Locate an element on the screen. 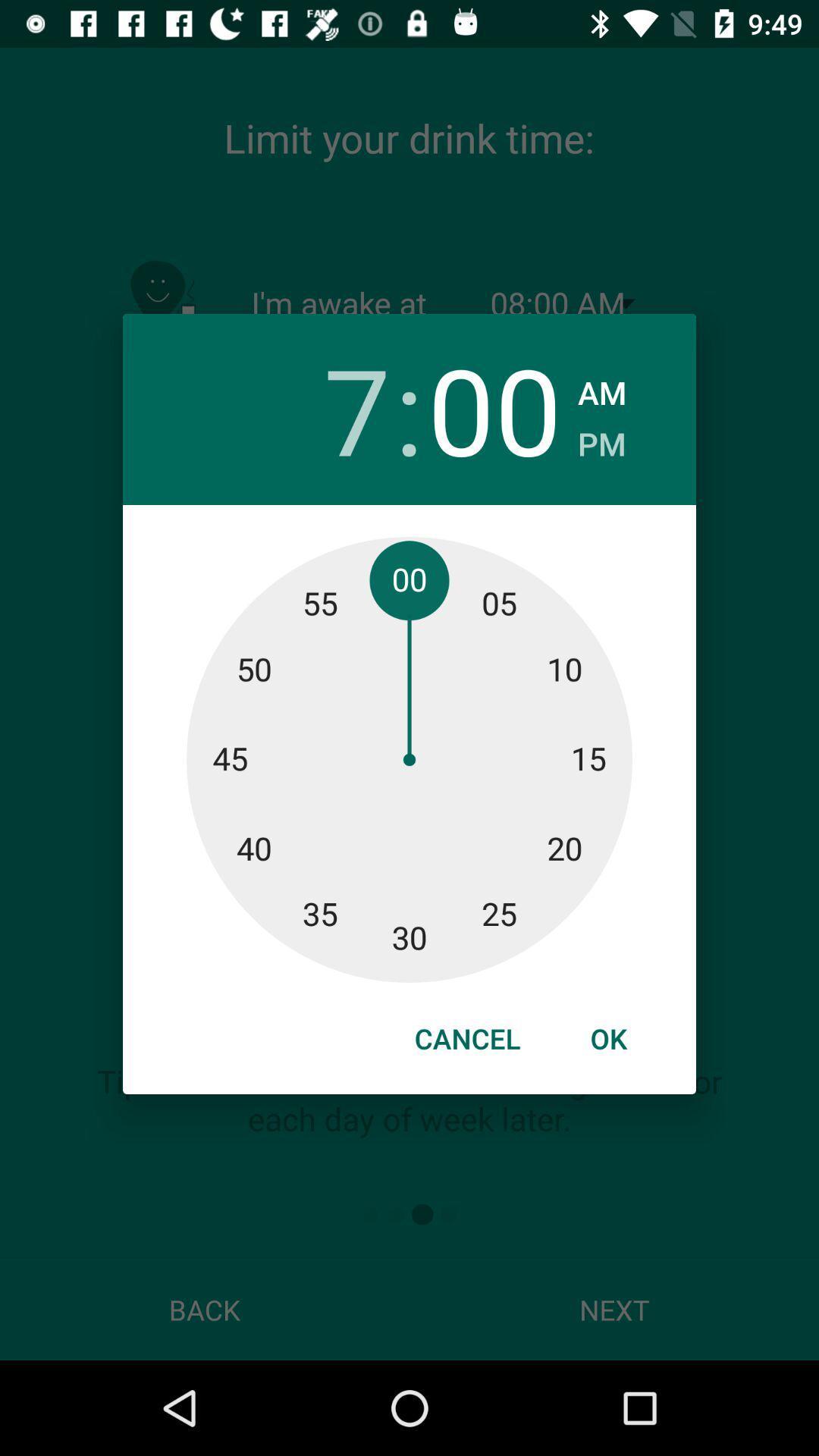  the am is located at coordinates (601, 388).